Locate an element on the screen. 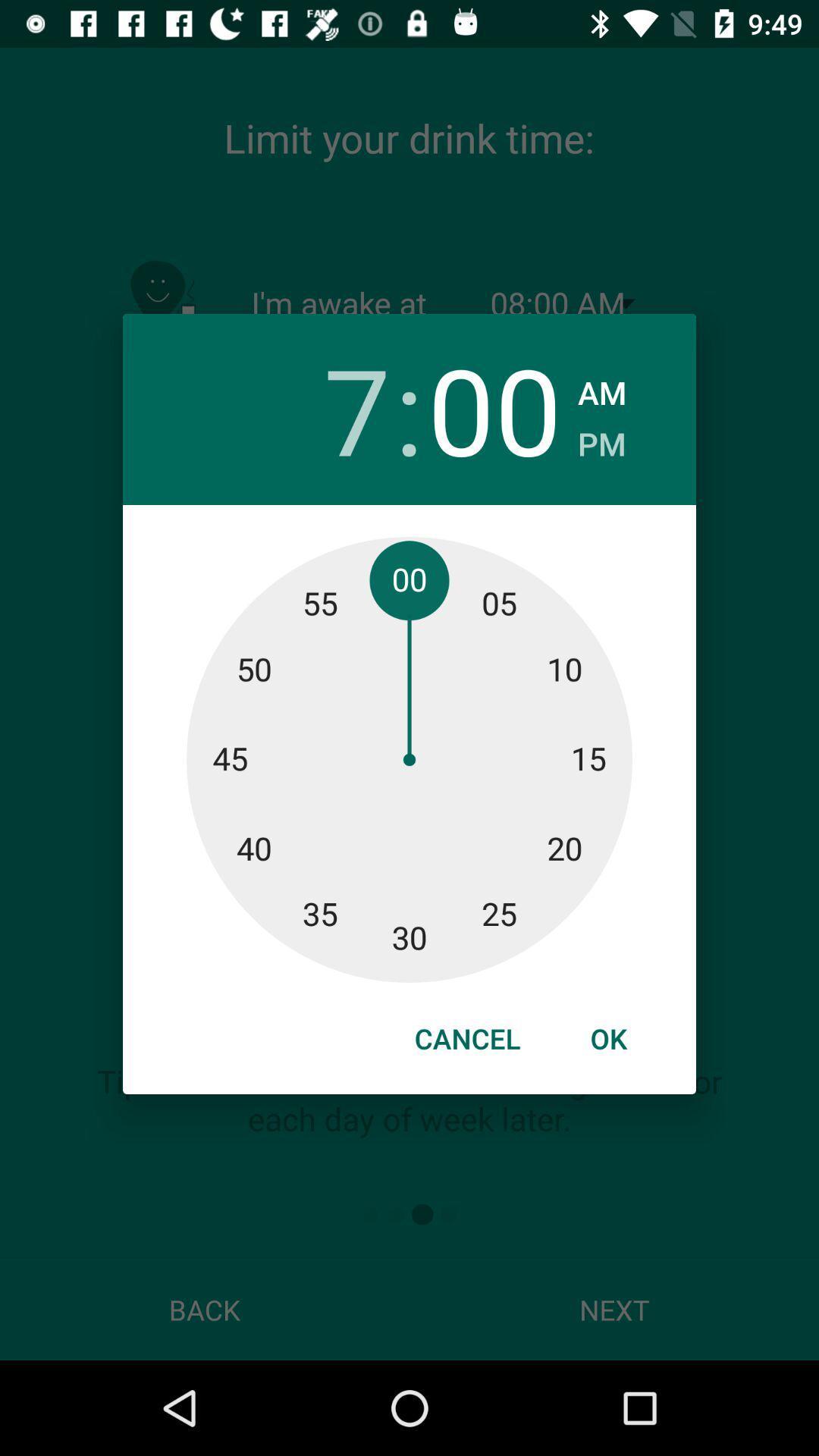  the am is located at coordinates (601, 388).